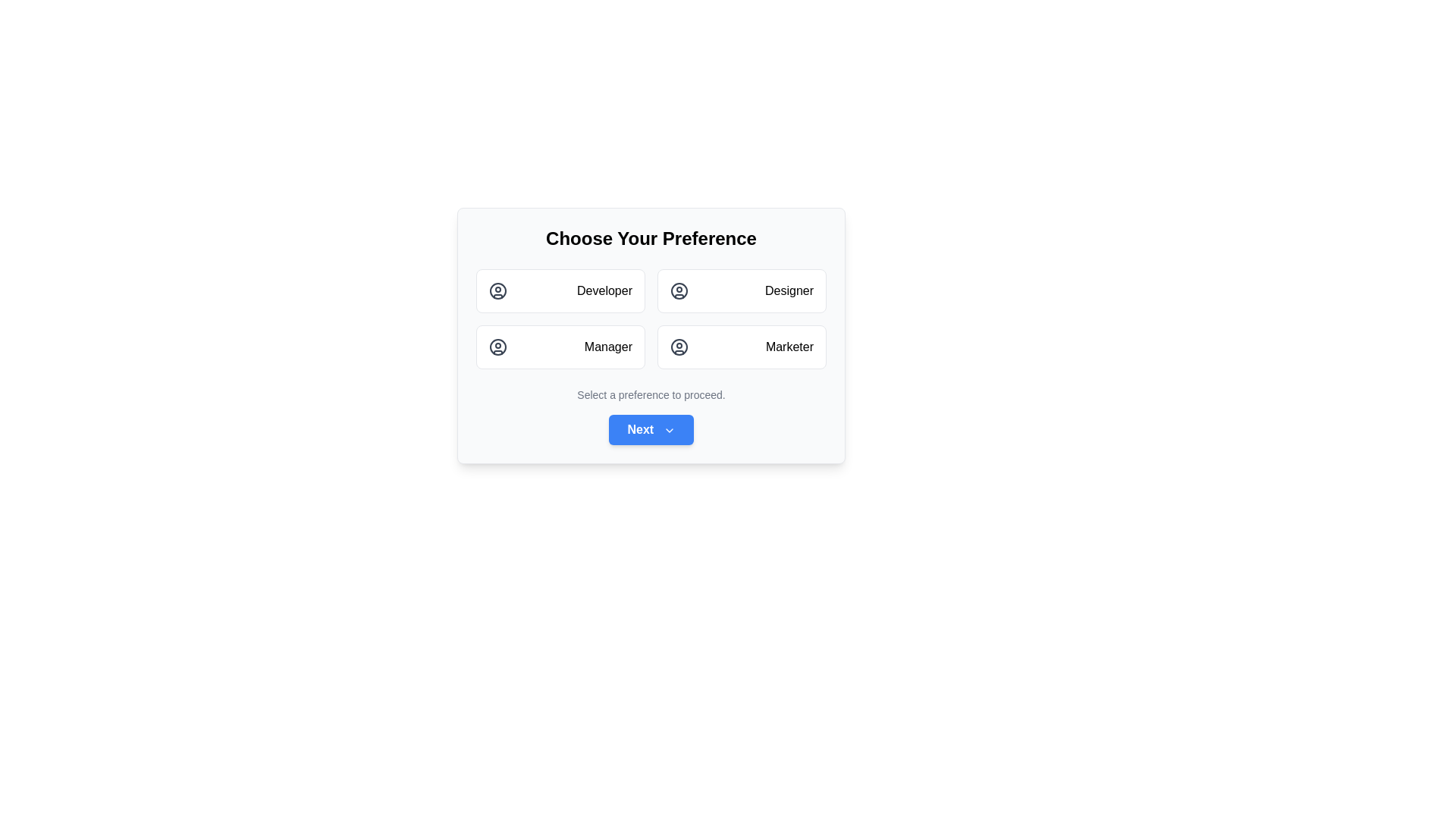  Describe the element at coordinates (498, 347) in the screenshot. I see `the SVG Icon representing the 'Manager' preference option located in the top-left corner of its option box` at that location.